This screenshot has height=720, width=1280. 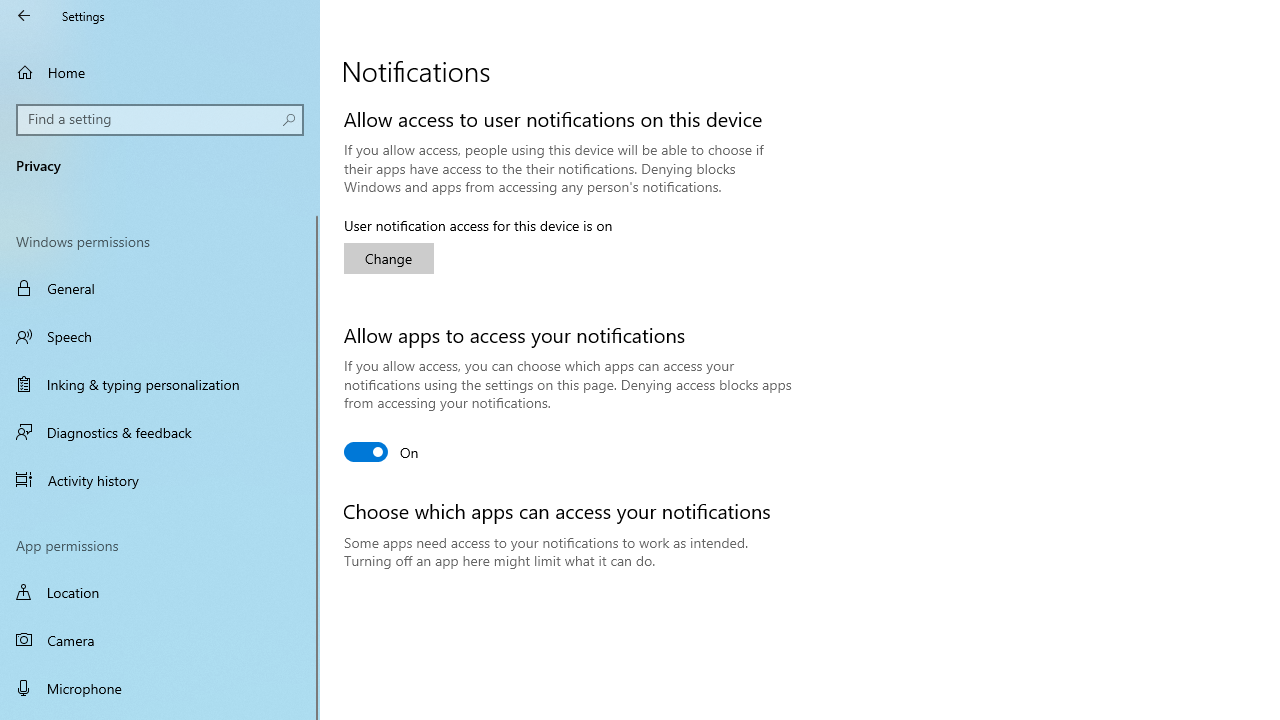 I want to click on 'Inking & typing personalization', so click(x=160, y=384).